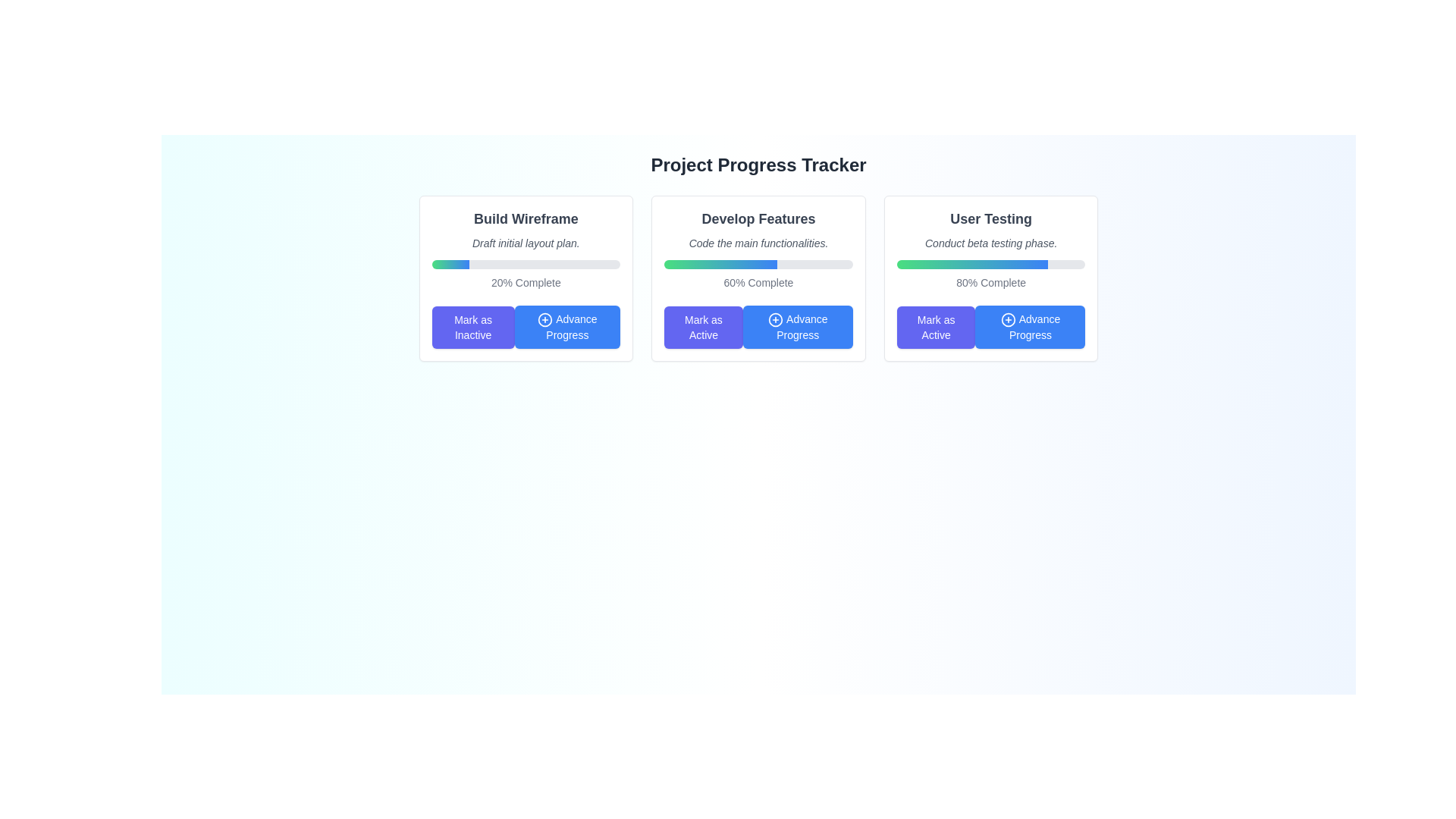  Describe the element at coordinates (669, 263) in the screenshot. I see `the progress indicator` at that location.